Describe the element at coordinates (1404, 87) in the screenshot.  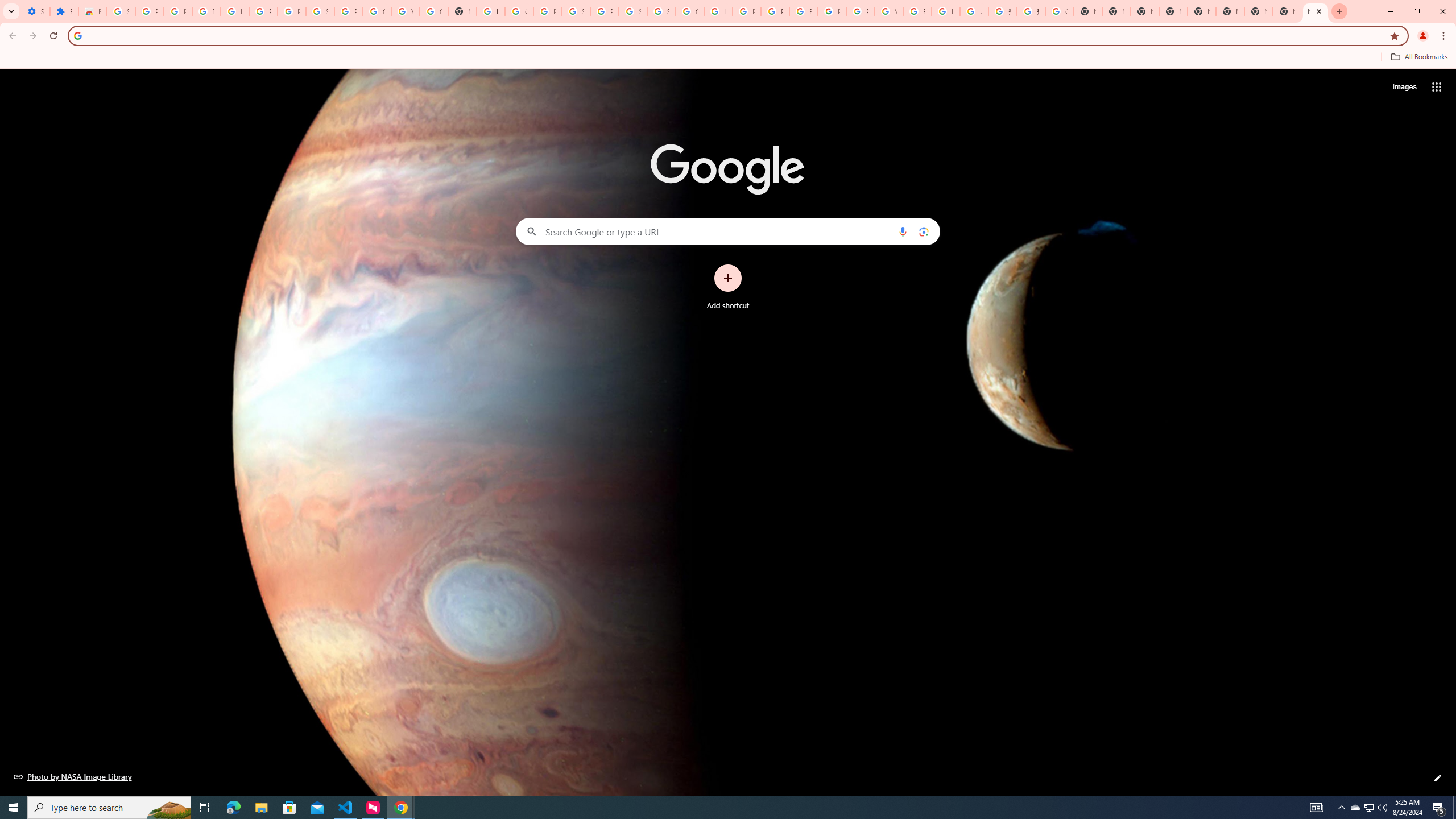
I see `'Search for Images '` at that location.